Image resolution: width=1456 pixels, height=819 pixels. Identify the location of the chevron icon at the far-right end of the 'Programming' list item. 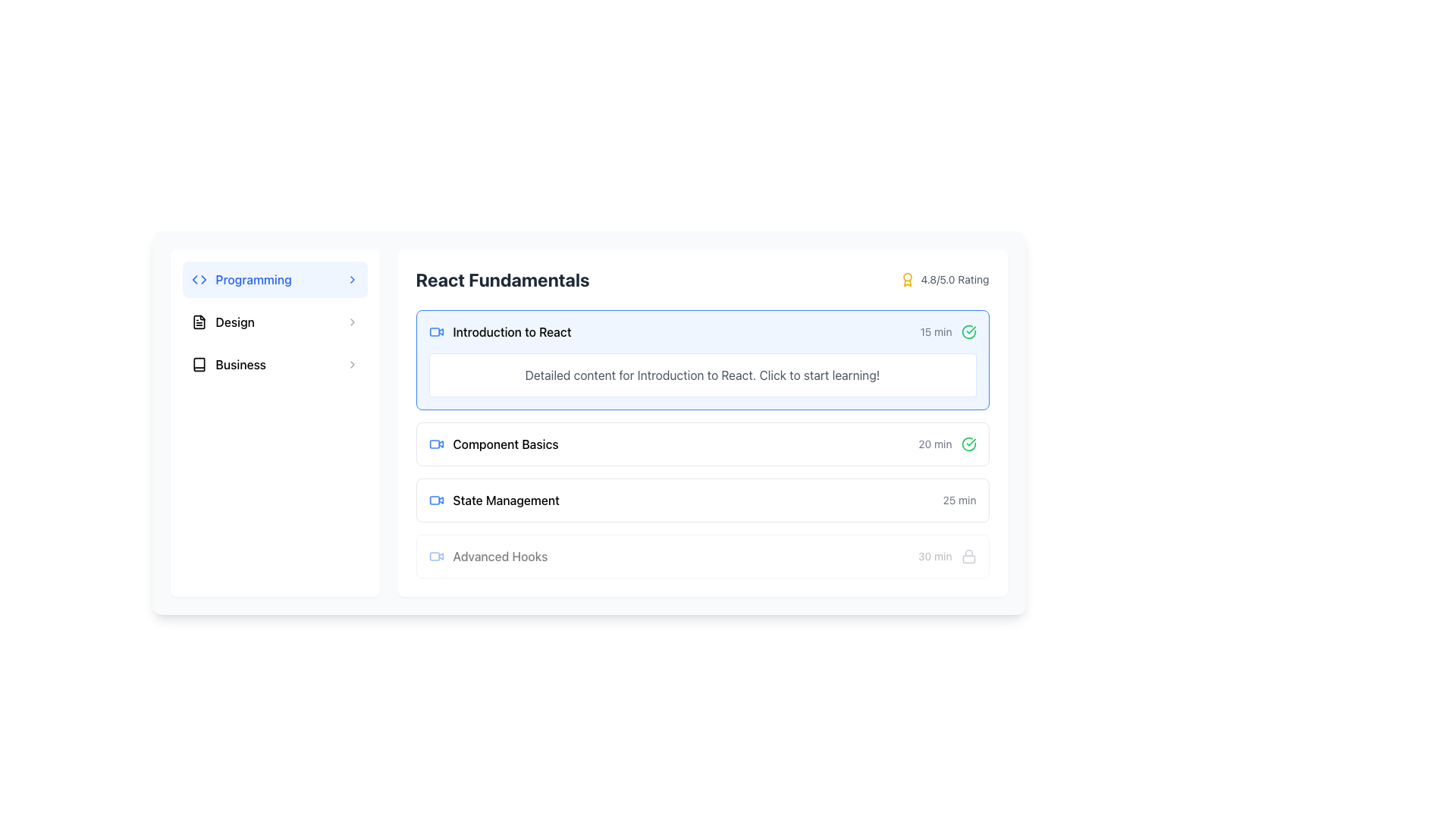
(351, 280).